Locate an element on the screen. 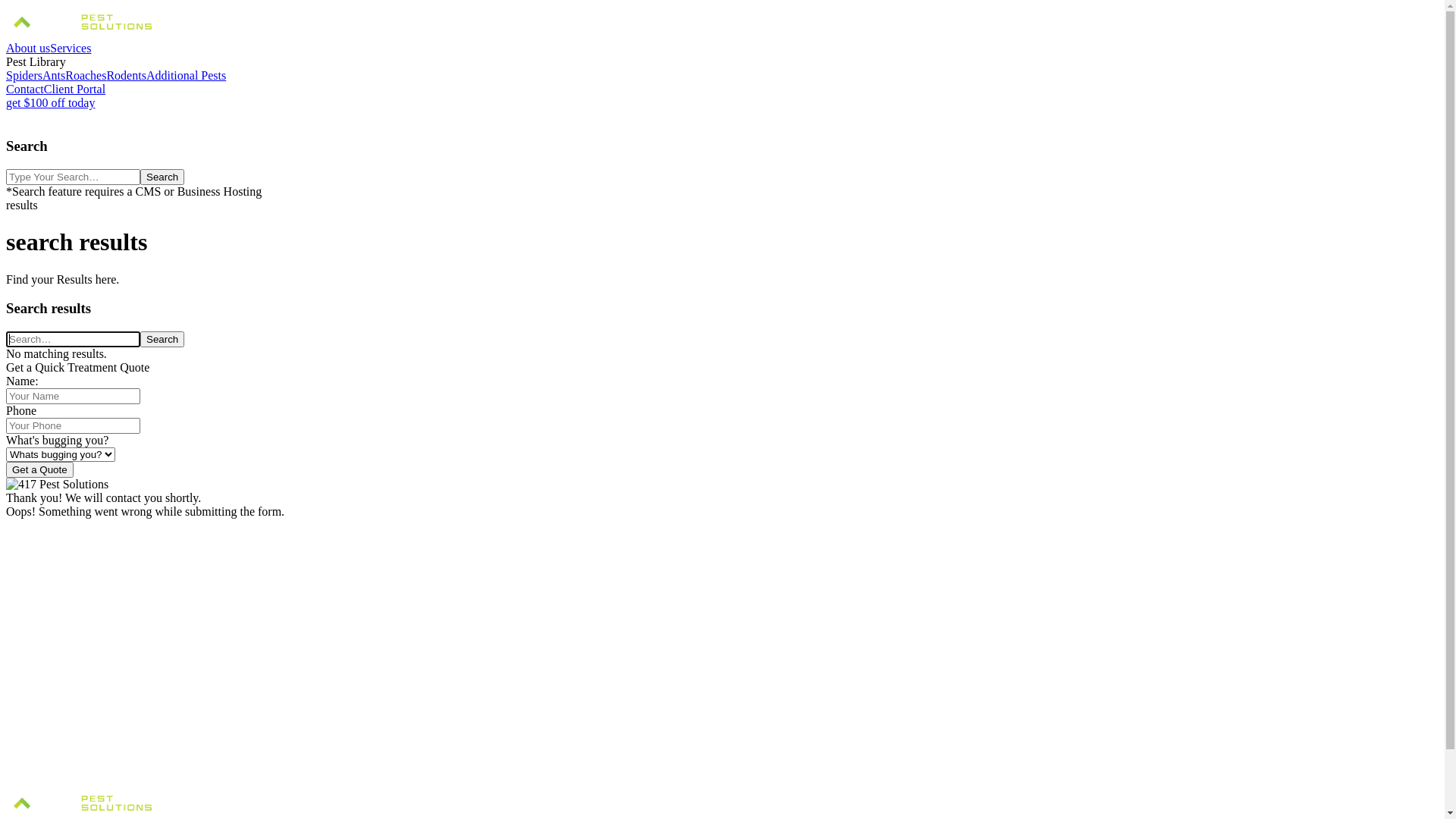 This screenshot has width=1456, height=819. 'Spiders' is located at coordinates (24, 75).